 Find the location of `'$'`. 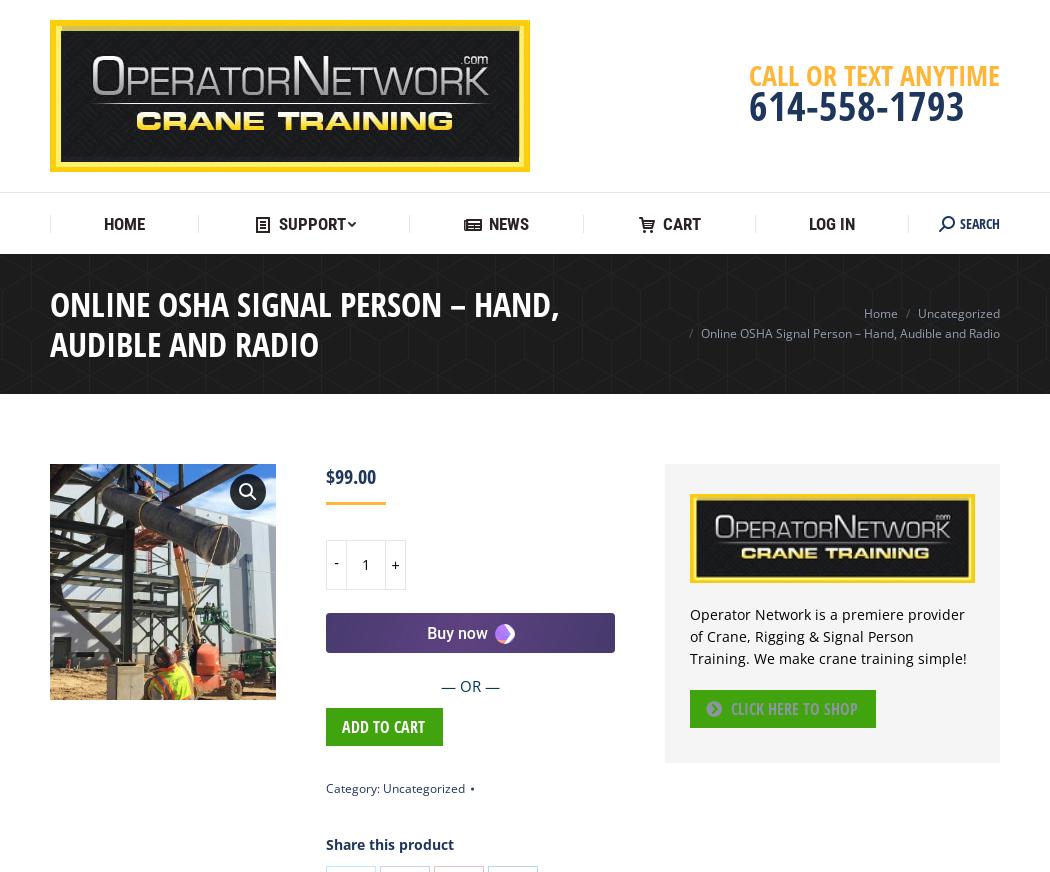

'$' is located at coordinates (330, 475).